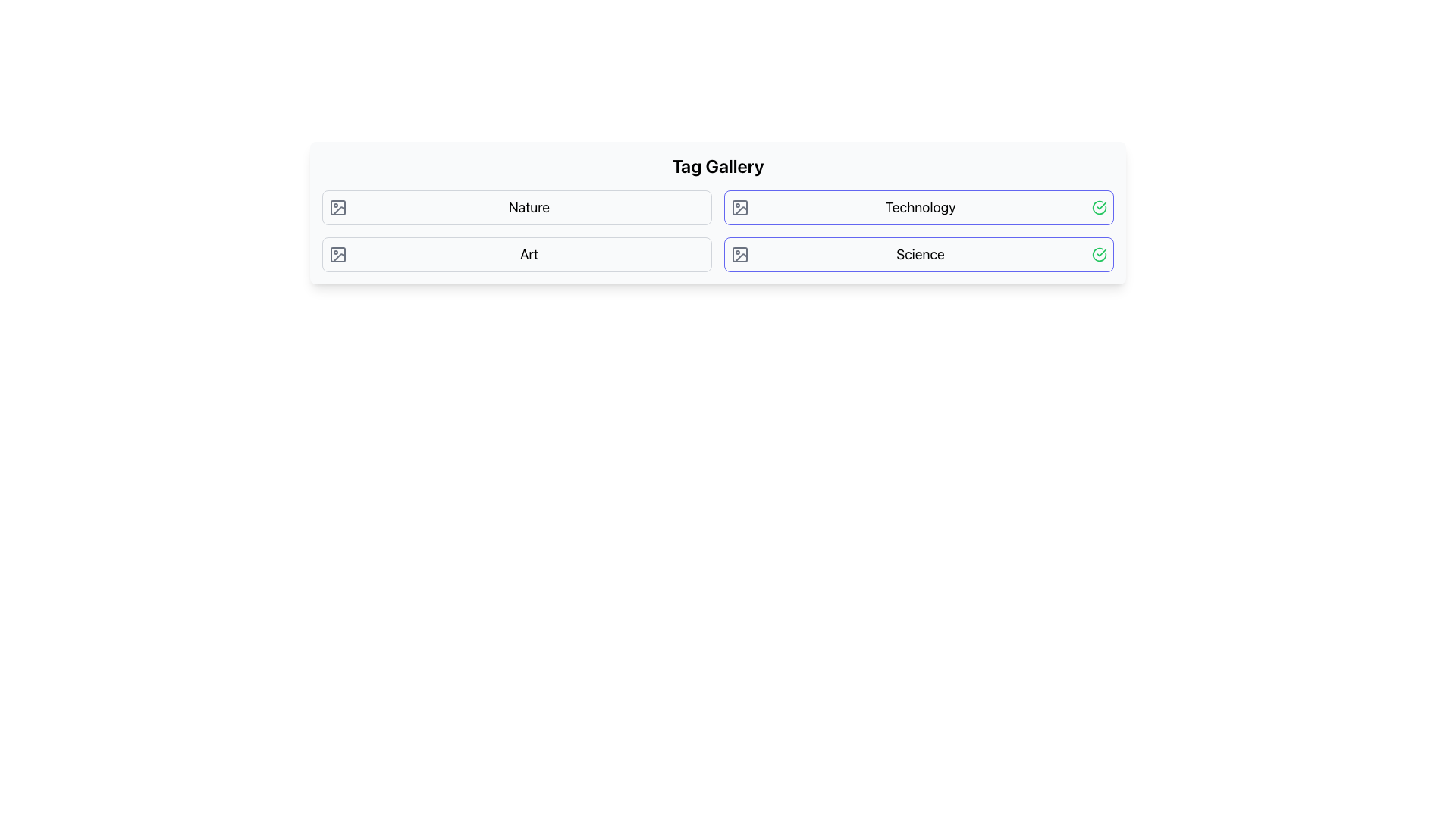 This screenshot has height=819, width=1456. What do you see at coordinates (920, 207) in the screenshot?
I see `the 'Technology' tag text label located in the second row under the 'Tag Gallery' heading, which is centrally aligned with an icon to its left and a green checkmark to its right` at bounding box center [920, 207].